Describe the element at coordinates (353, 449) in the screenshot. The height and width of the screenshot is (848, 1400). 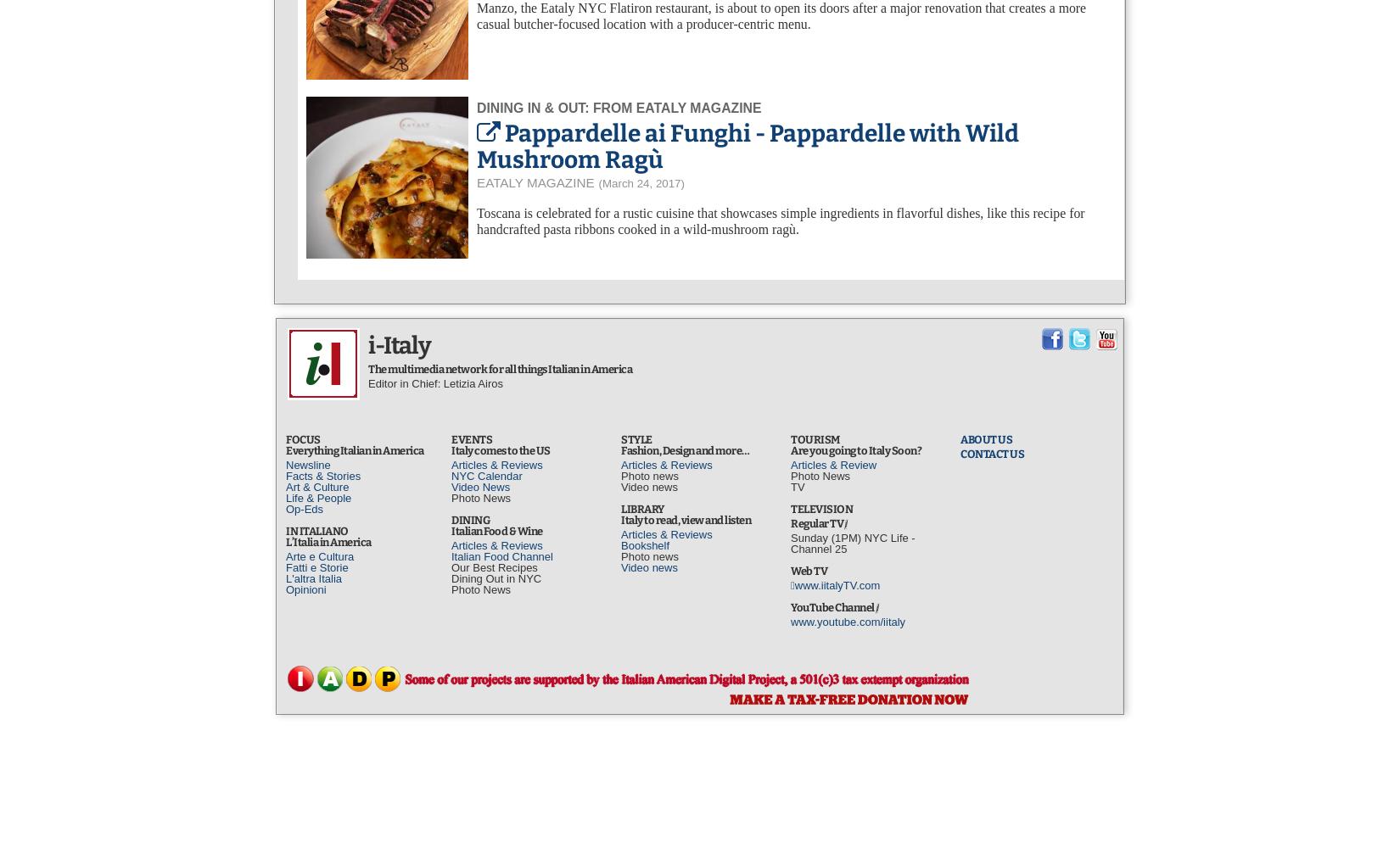
I see `'Everything Italian in America'` at that location.